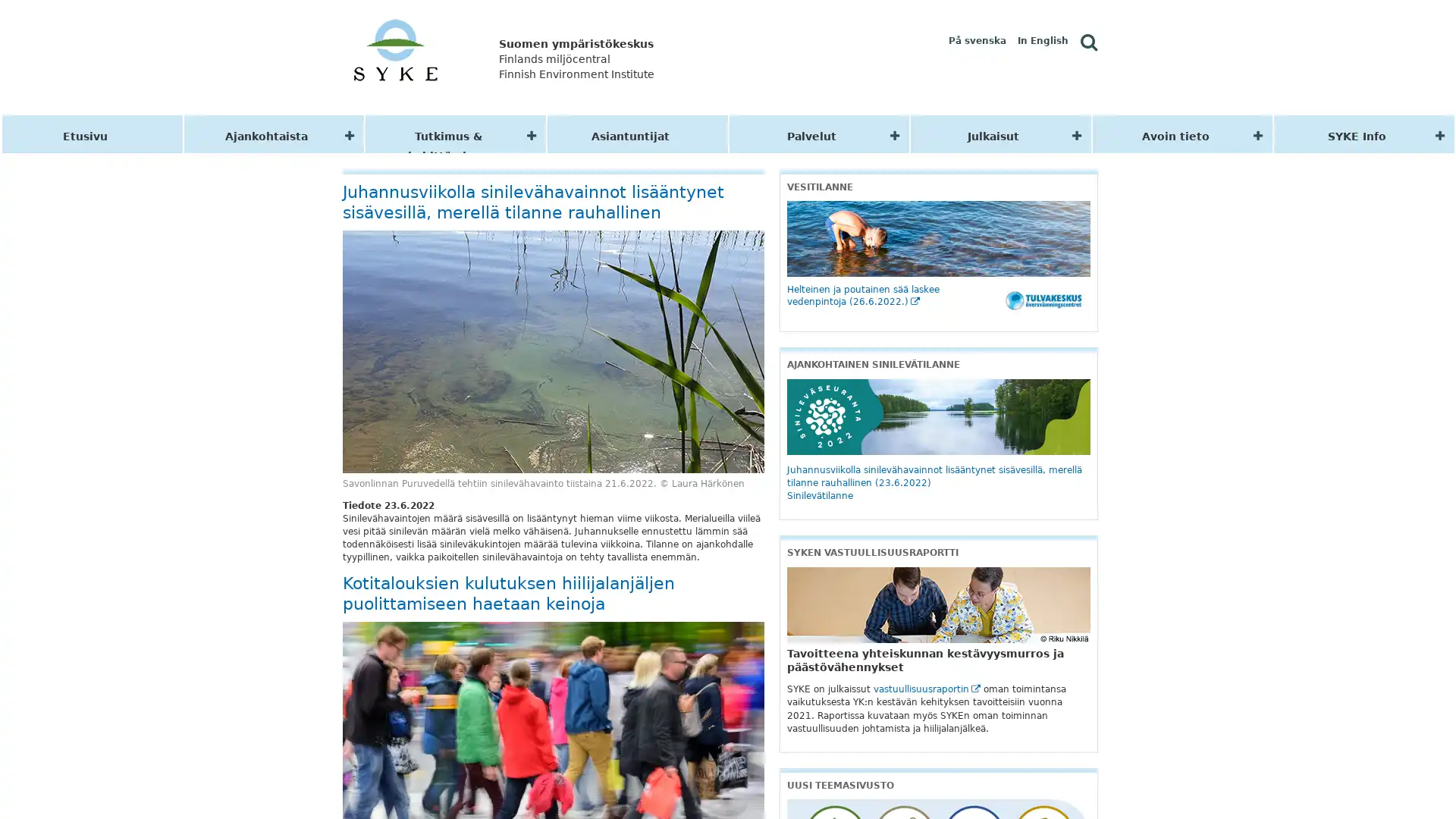 The image size is (1456, 819). Describe the element at coordinates (1087, 42) in the screenshot. I see `Hae` at that location.